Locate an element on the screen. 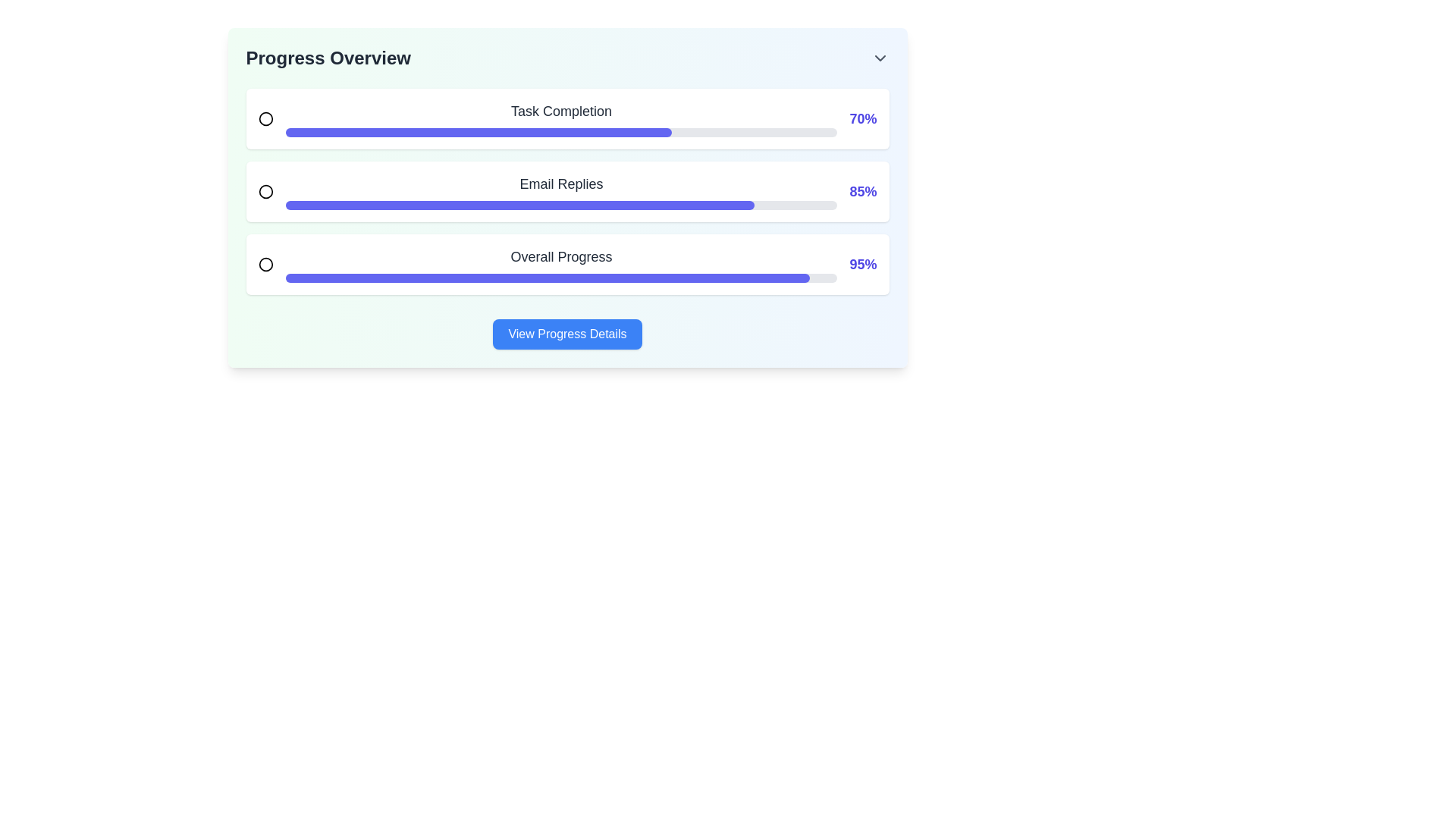 This screenshot has width=1456, height=819. percentage displayed on the text label showing '70%' in bold indigo blue, positioned at the right edge of the 'Task Completion' progress card is located at coordinates (863, 118).